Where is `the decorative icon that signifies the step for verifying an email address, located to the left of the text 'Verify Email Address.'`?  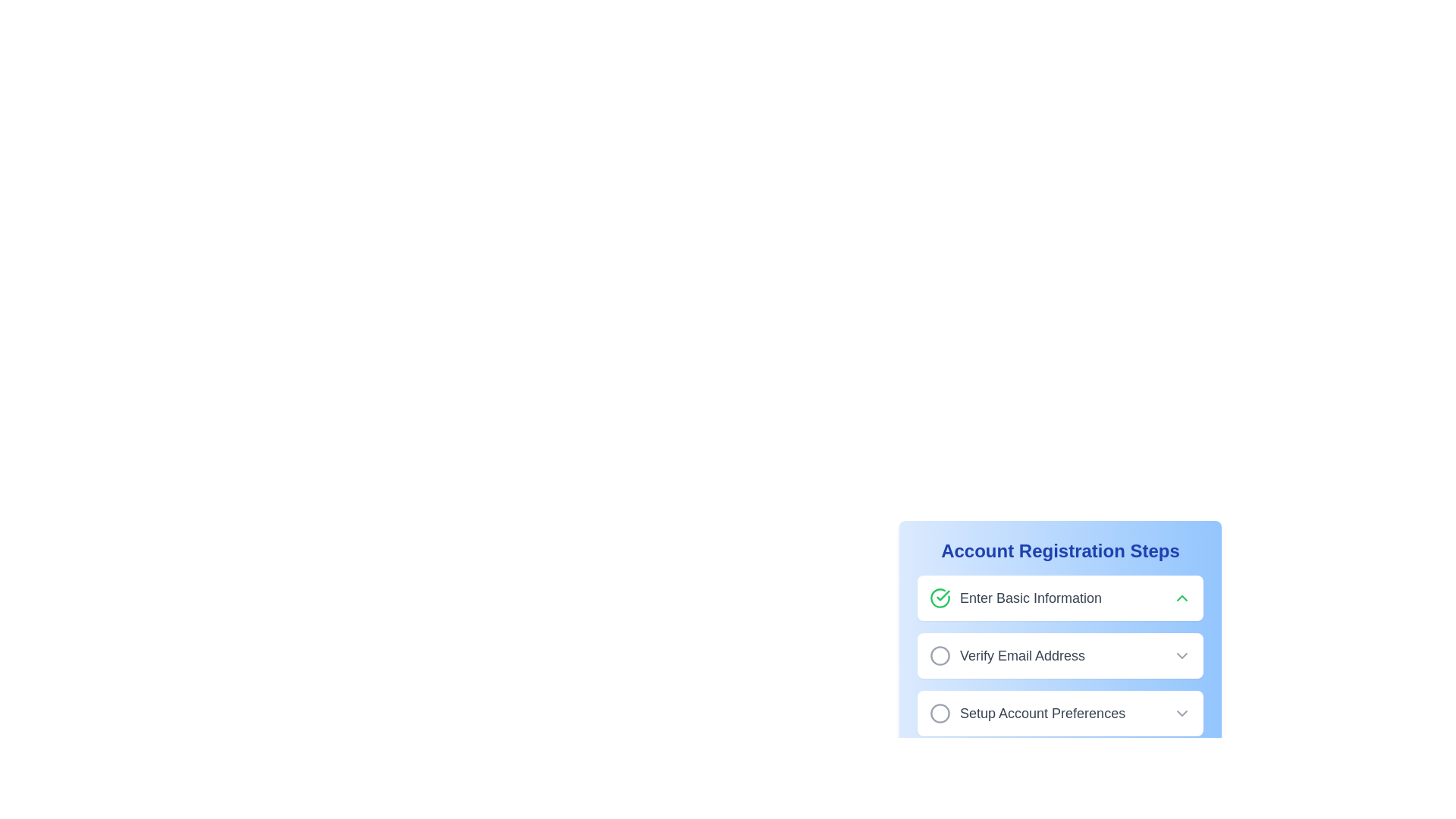 the decorative icon that signifies the step for verifying an email address, located to the left of the text 'Verify Email Address.' is located at coordinates (939, 654).